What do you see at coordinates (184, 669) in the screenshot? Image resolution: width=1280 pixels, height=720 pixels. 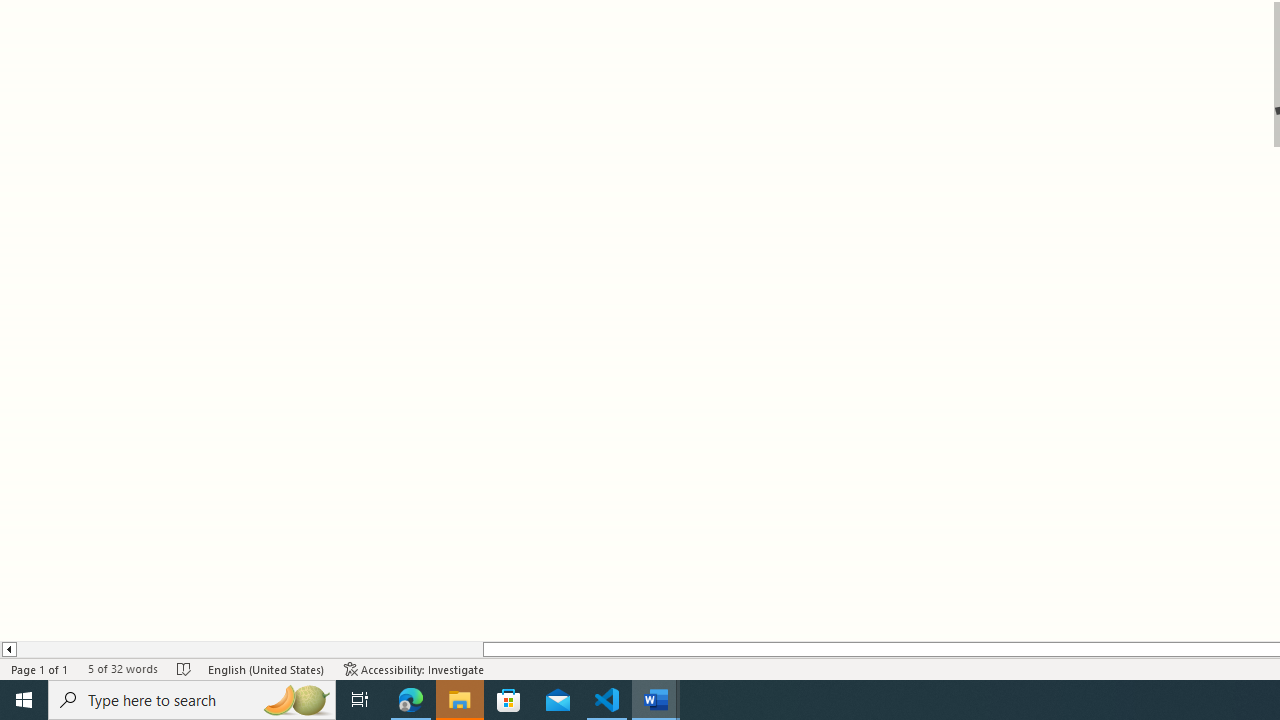 I see `'Spelling and Grammar Check No Errors'` at bounding box center [184, 669].